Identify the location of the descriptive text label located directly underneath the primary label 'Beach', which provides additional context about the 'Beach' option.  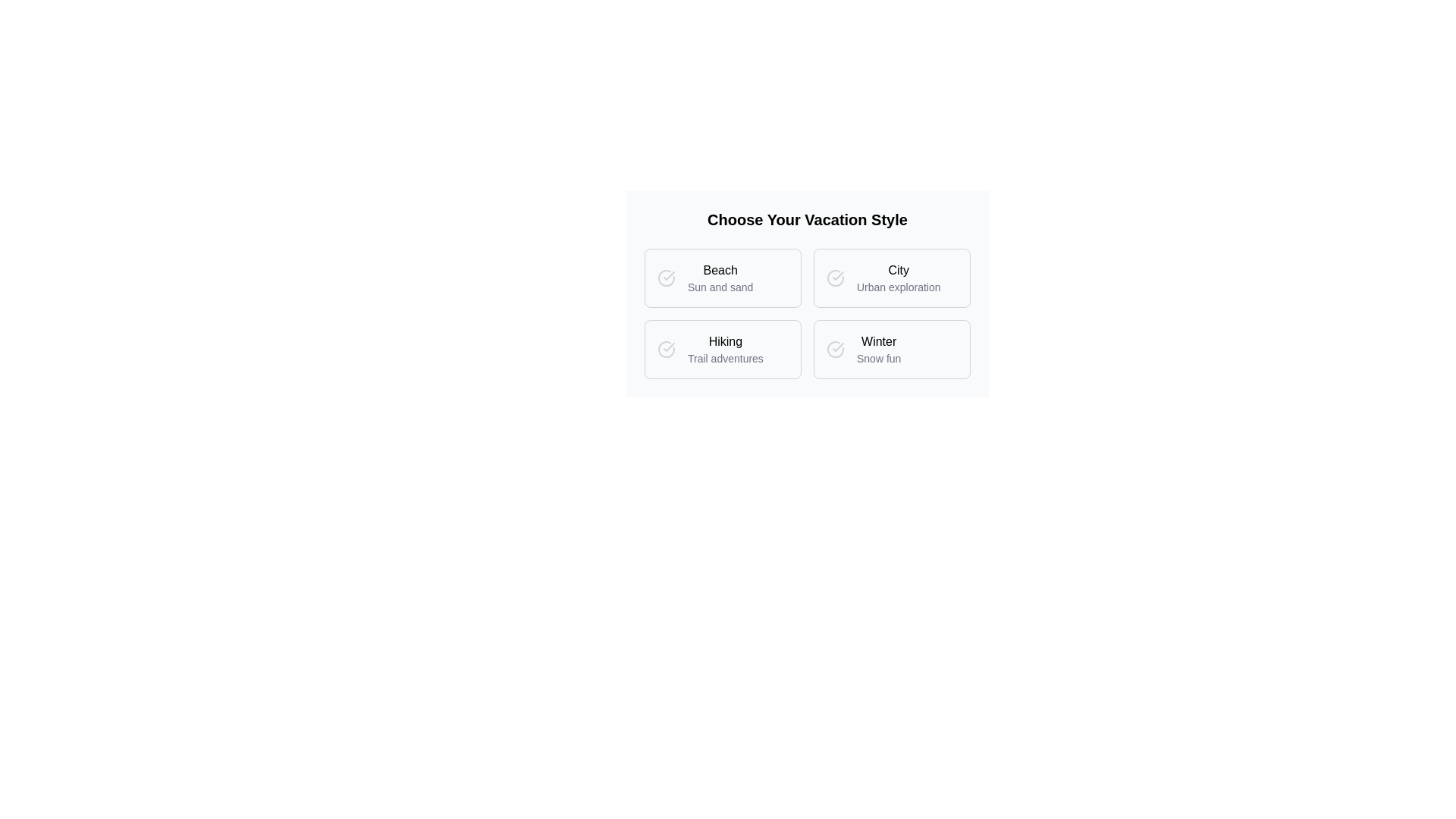
(720, 287).